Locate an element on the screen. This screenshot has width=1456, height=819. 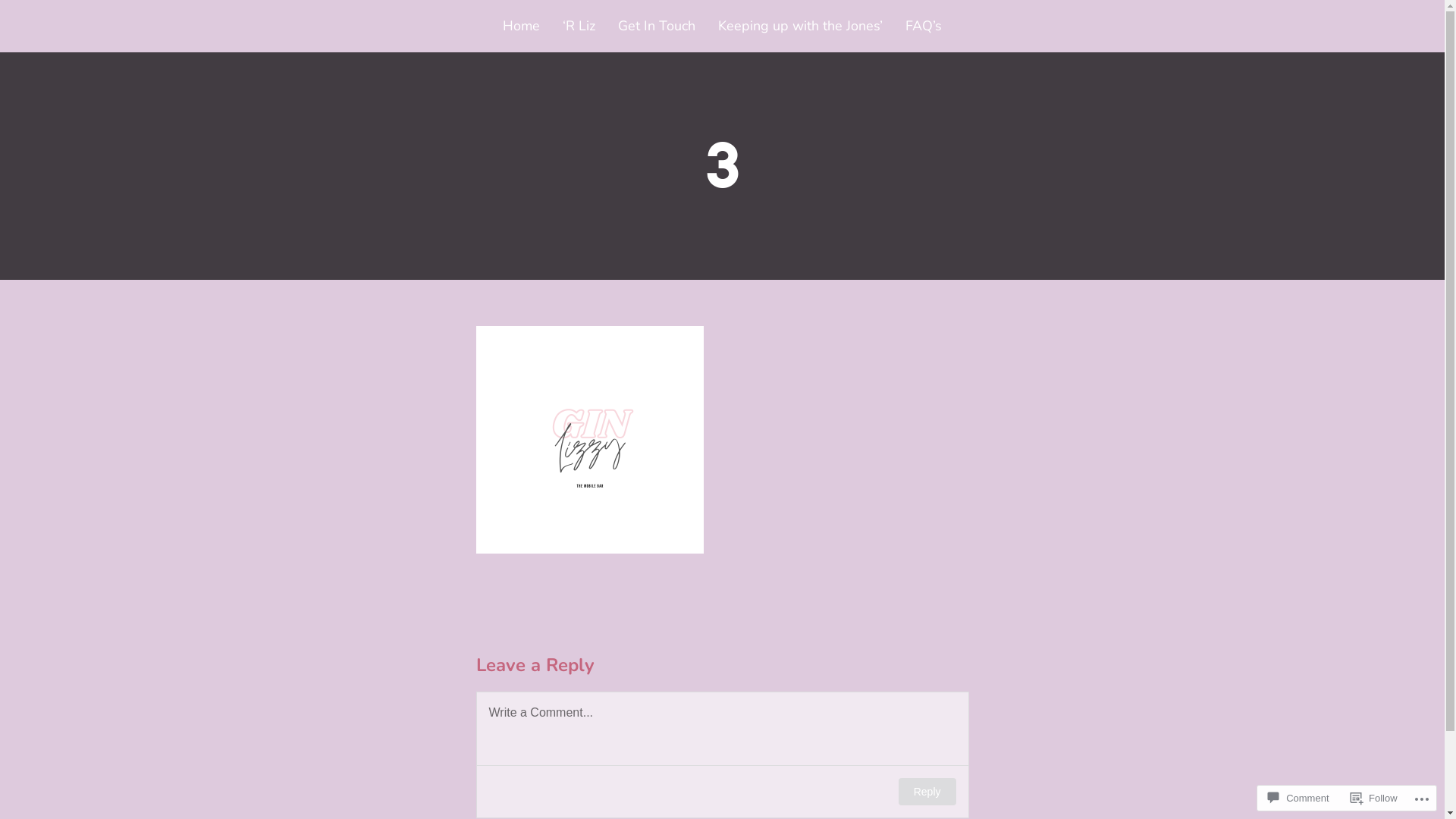
'Follow' is located at coordinates (1374, 797).